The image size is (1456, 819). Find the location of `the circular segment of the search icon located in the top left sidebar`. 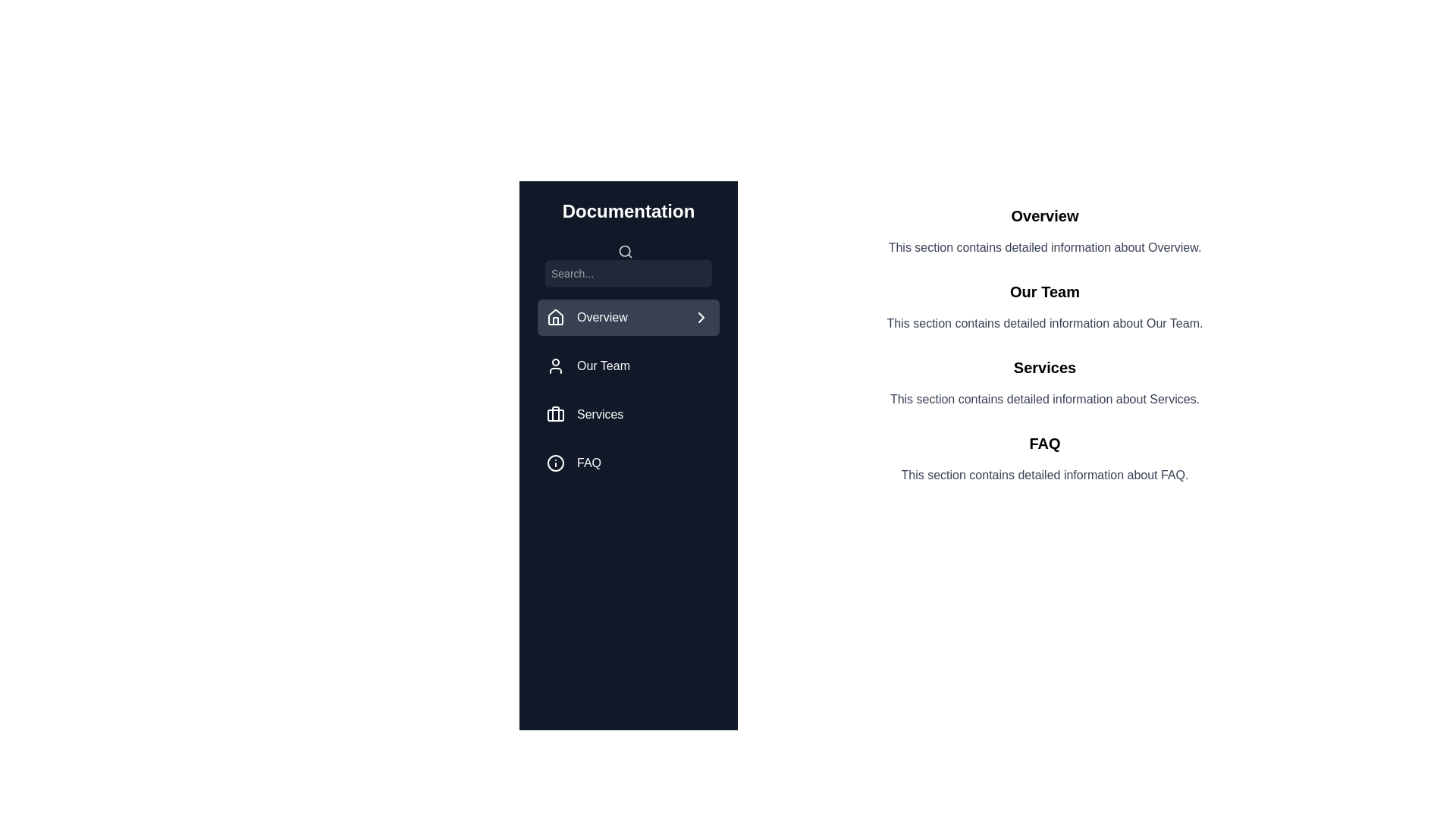

the circular segment of the search icon located in the top left sidebar is located at coordinates (625, 249).